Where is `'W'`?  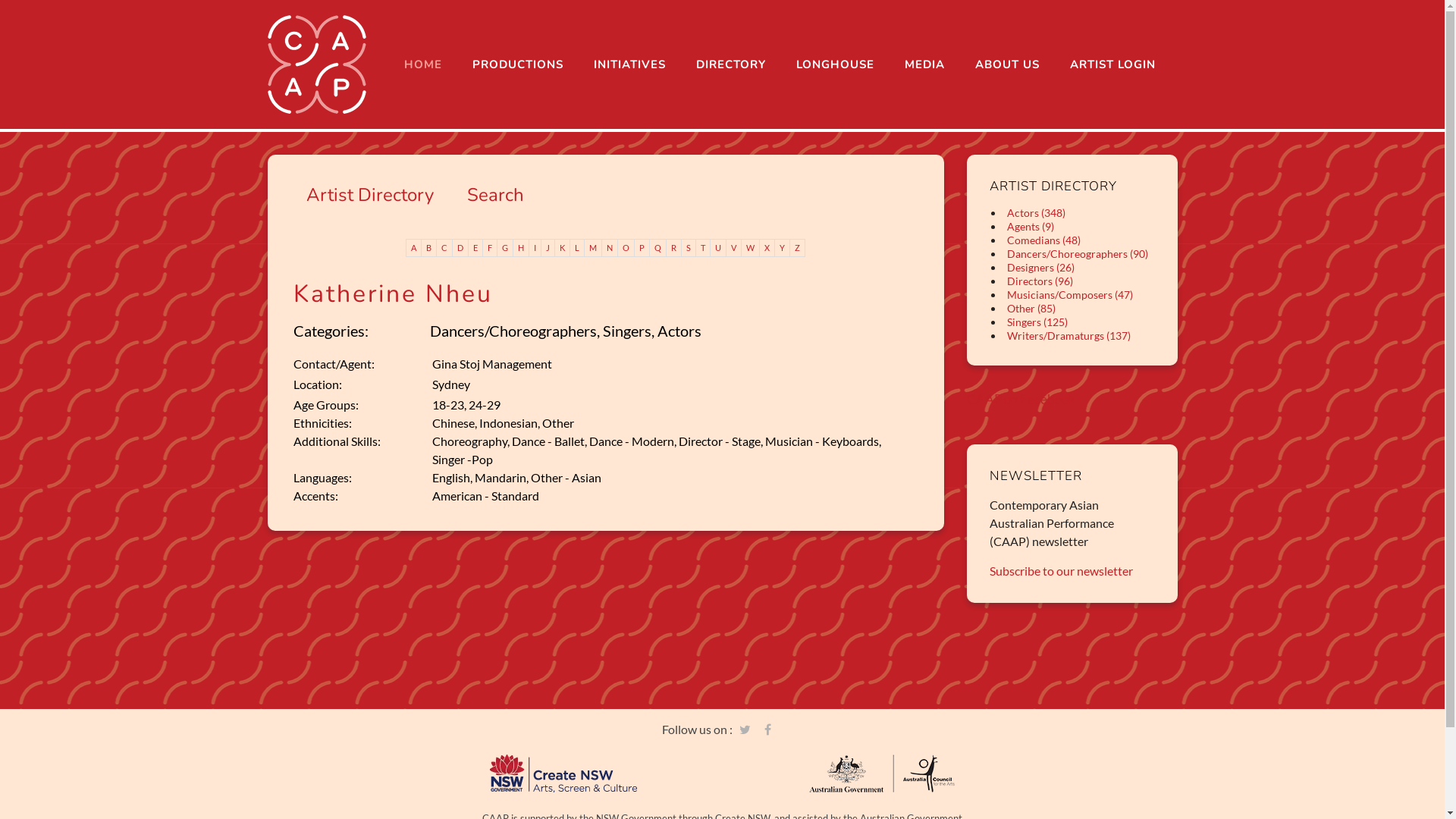
'W' is located at coordinates (750, 247).